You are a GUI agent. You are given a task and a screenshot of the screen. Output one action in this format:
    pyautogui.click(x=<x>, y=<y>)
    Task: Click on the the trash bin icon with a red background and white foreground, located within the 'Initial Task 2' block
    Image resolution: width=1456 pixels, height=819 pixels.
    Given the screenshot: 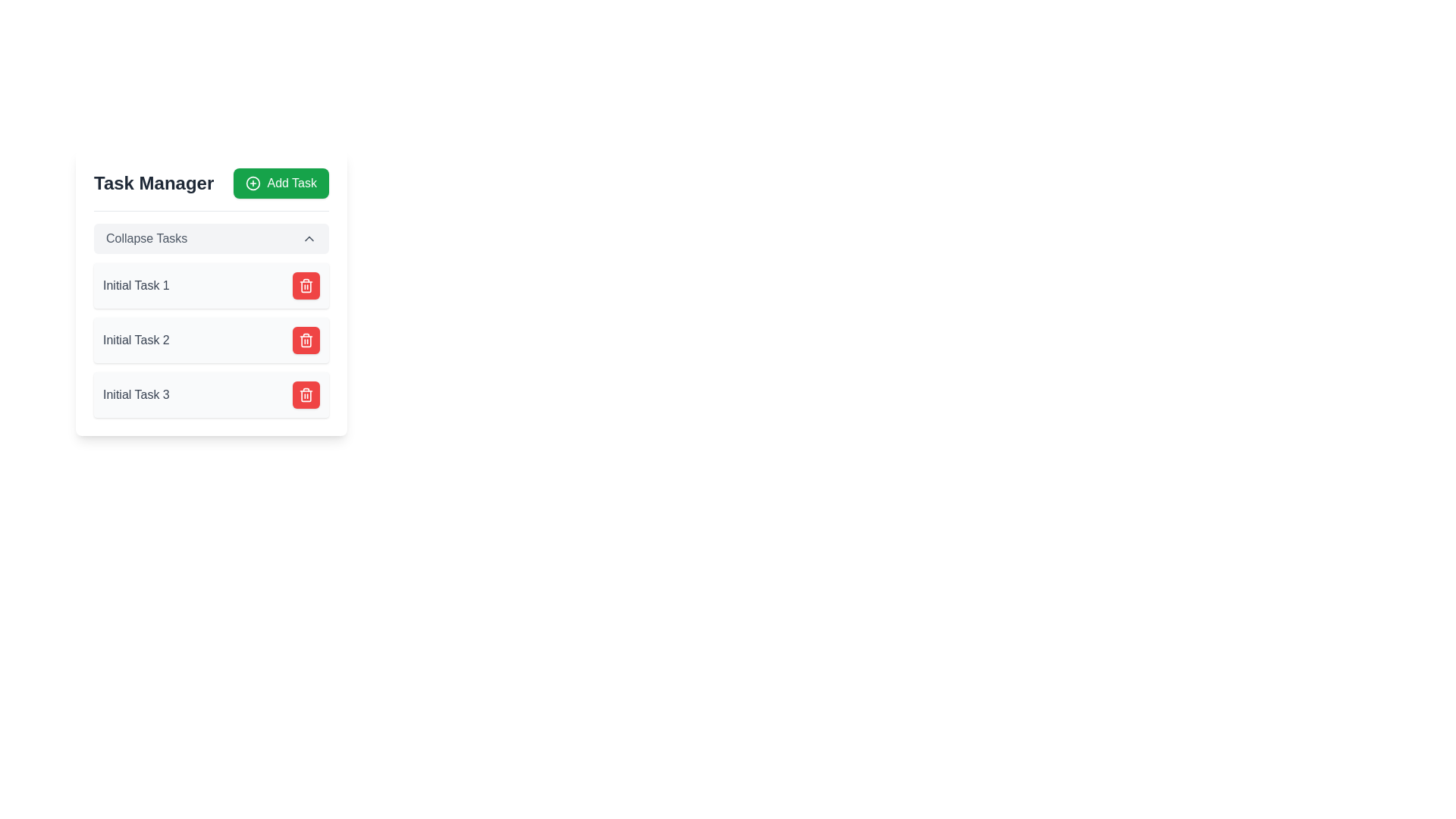 What is the action you would take?
    pyautogui.click(x=305, y=339)
    